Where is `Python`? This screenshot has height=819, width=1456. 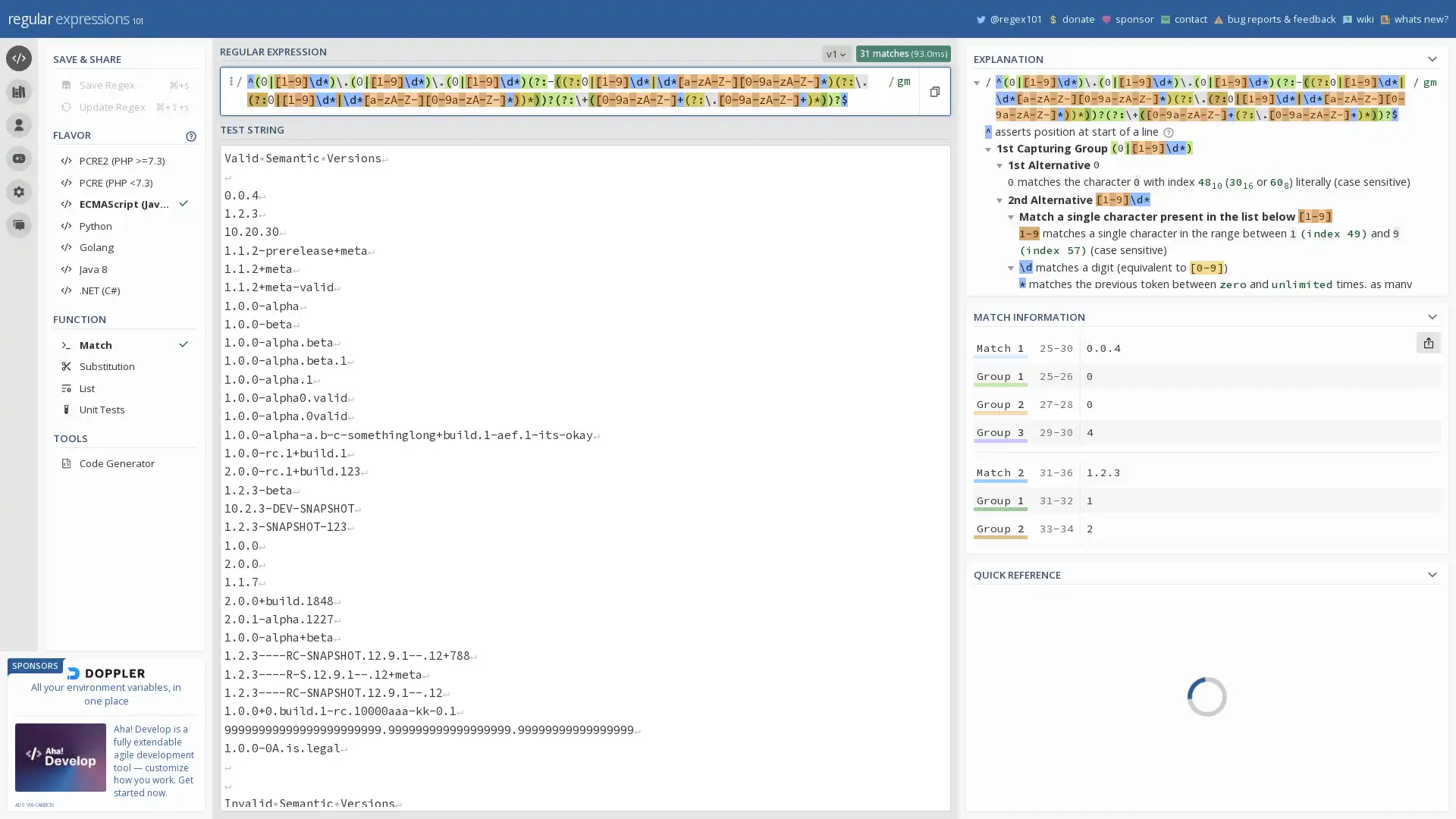
Python is located at coordinates (124, 225).